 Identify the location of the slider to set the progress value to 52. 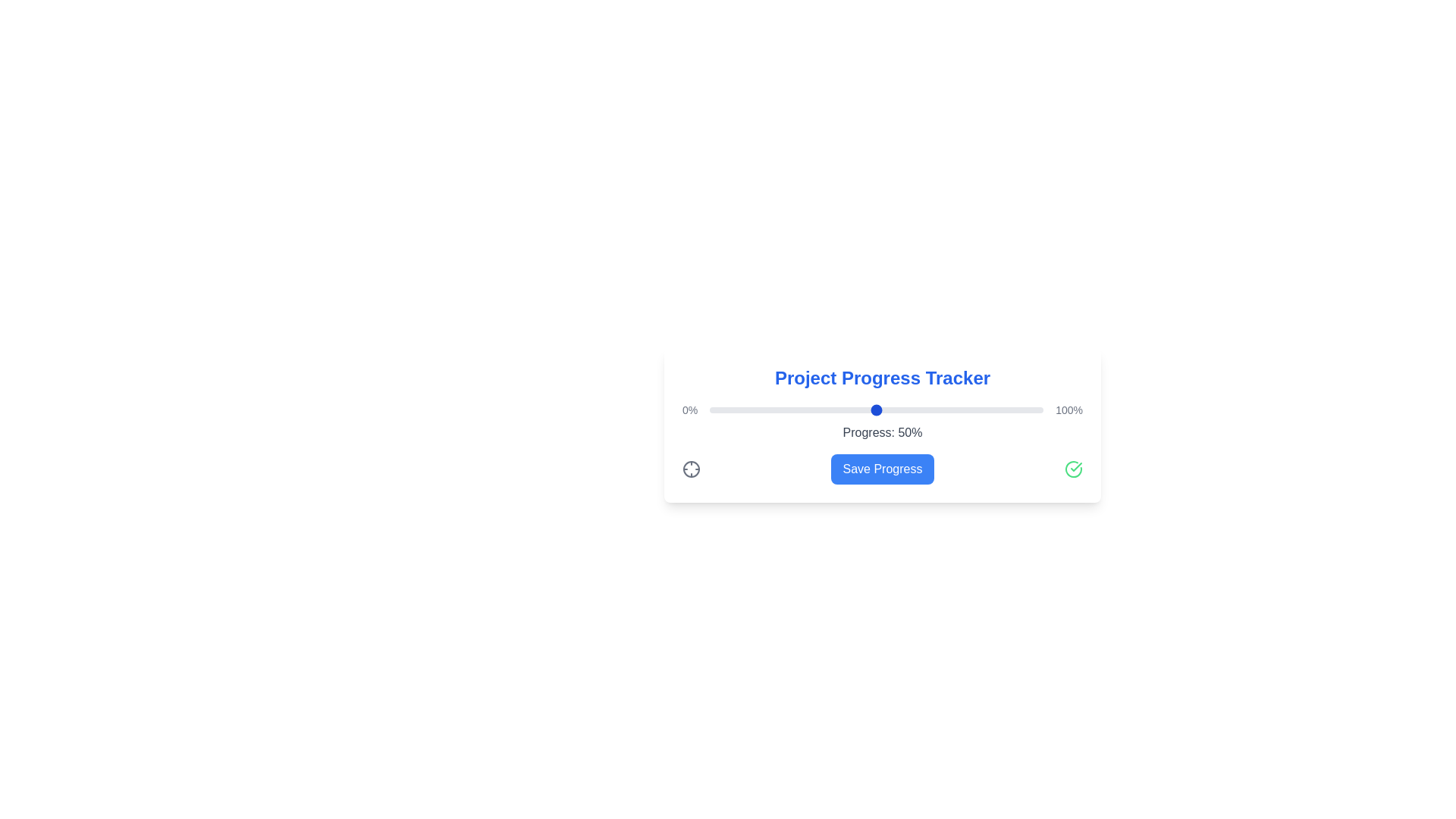
(883, 409).